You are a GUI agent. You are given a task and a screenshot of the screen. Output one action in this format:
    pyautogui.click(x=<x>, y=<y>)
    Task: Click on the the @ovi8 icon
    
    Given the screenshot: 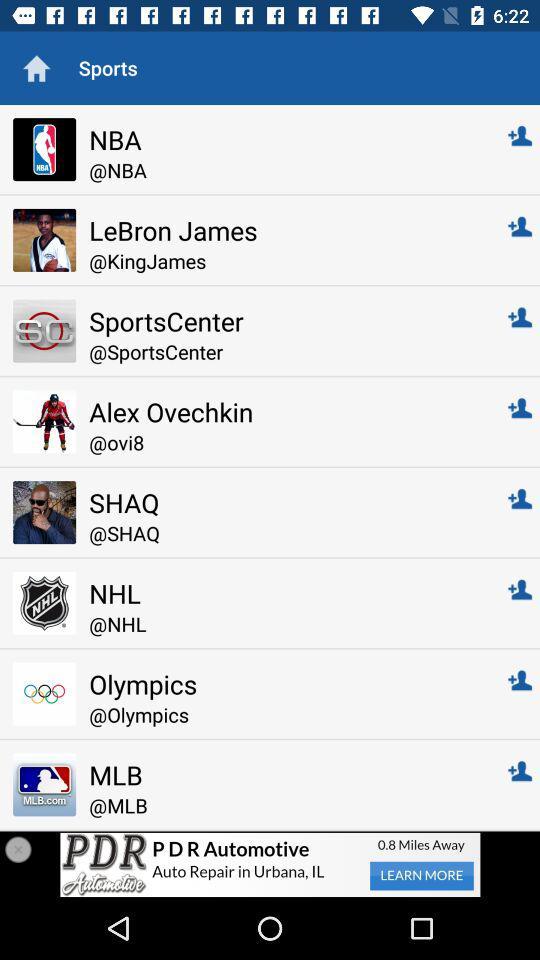 What is the action you would take?
    pyautogui.click(x=284, y=442)
    